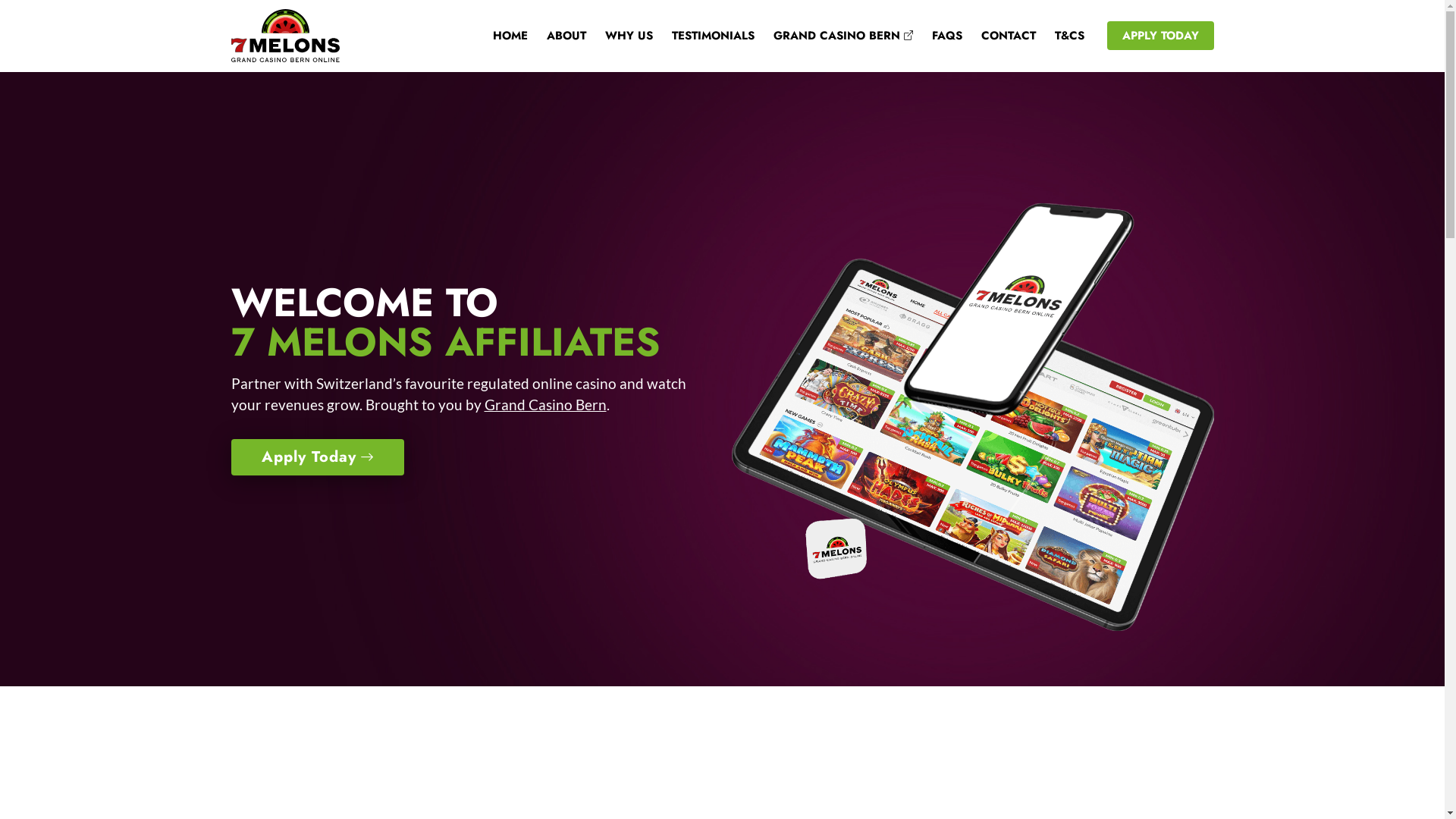  What do you see at coordinates (701, 35) in the screenshot?
I see `'TESTIMONIALS'` at bounding box center [701, 35].